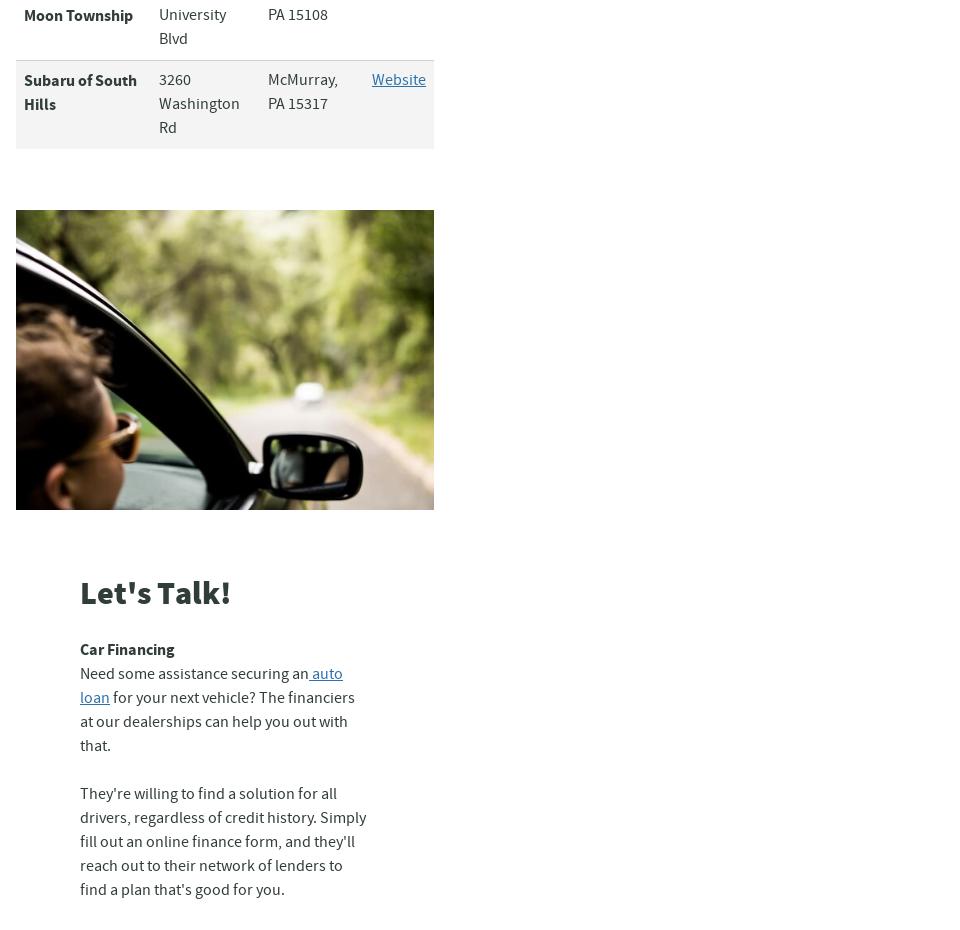  I want to click on '3260 Washington Rd', so click(157, 104).